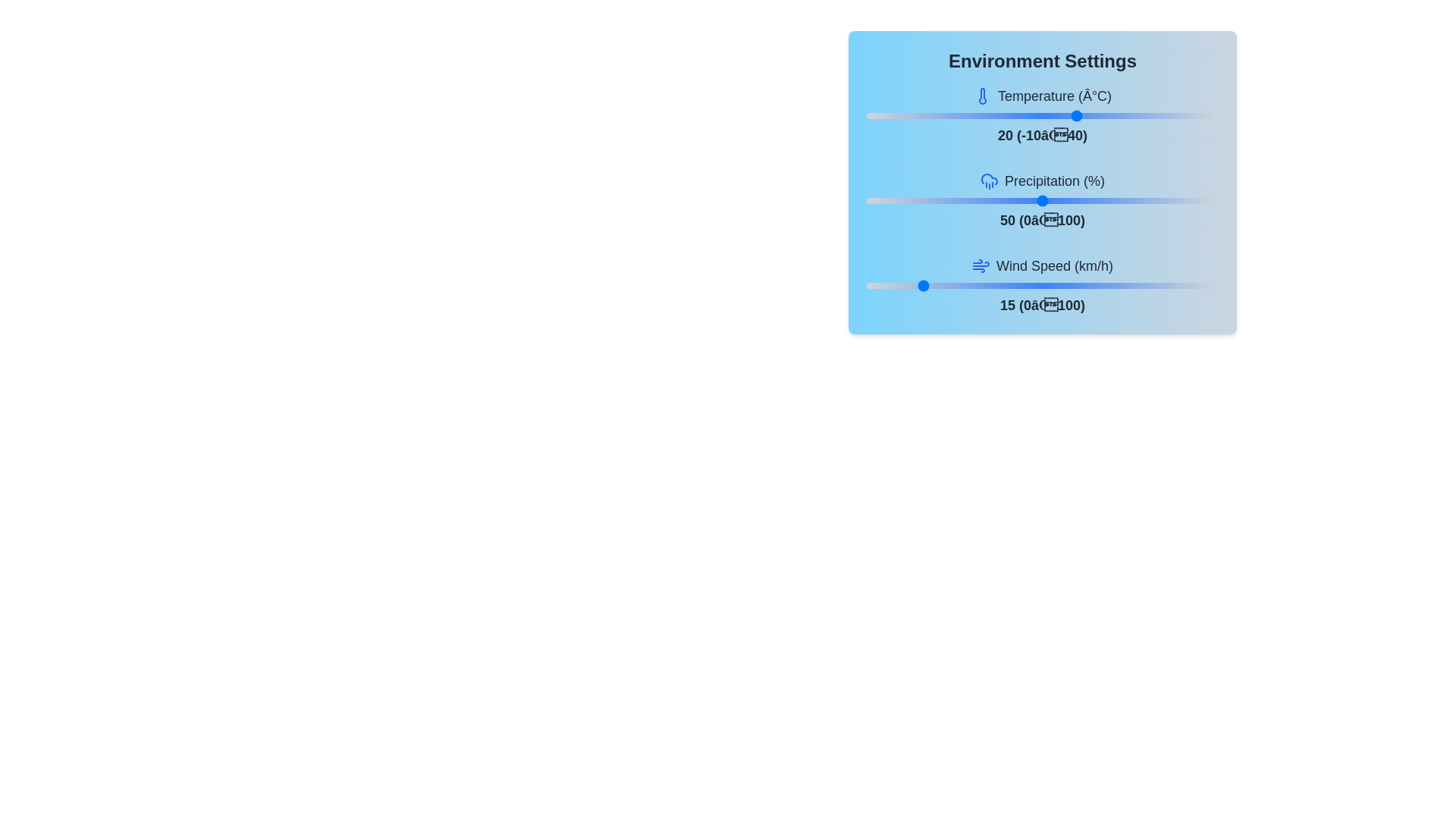 The image size is (1456, 819). Describe the element at coordinates (1041, 200) in the screenshot. I see `the range slider for adjusting the precipitation percentage, located centrally within the 'Environment Settings' card, below 'Precipitation (%)' and above '50 (0–100)'` at that location.